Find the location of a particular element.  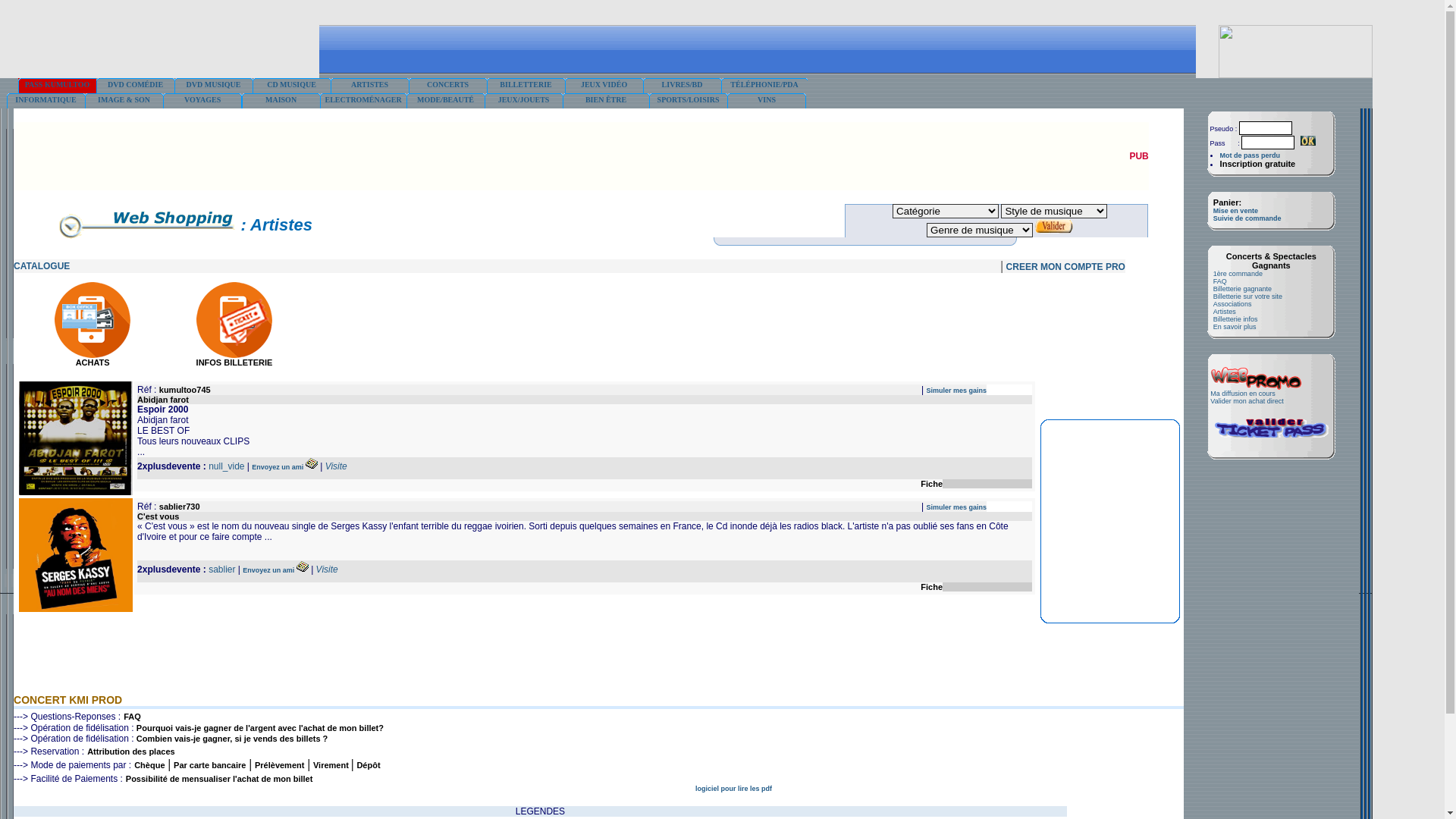

'logiciel pour lire les pdf' is located at coordinates (733, 788).